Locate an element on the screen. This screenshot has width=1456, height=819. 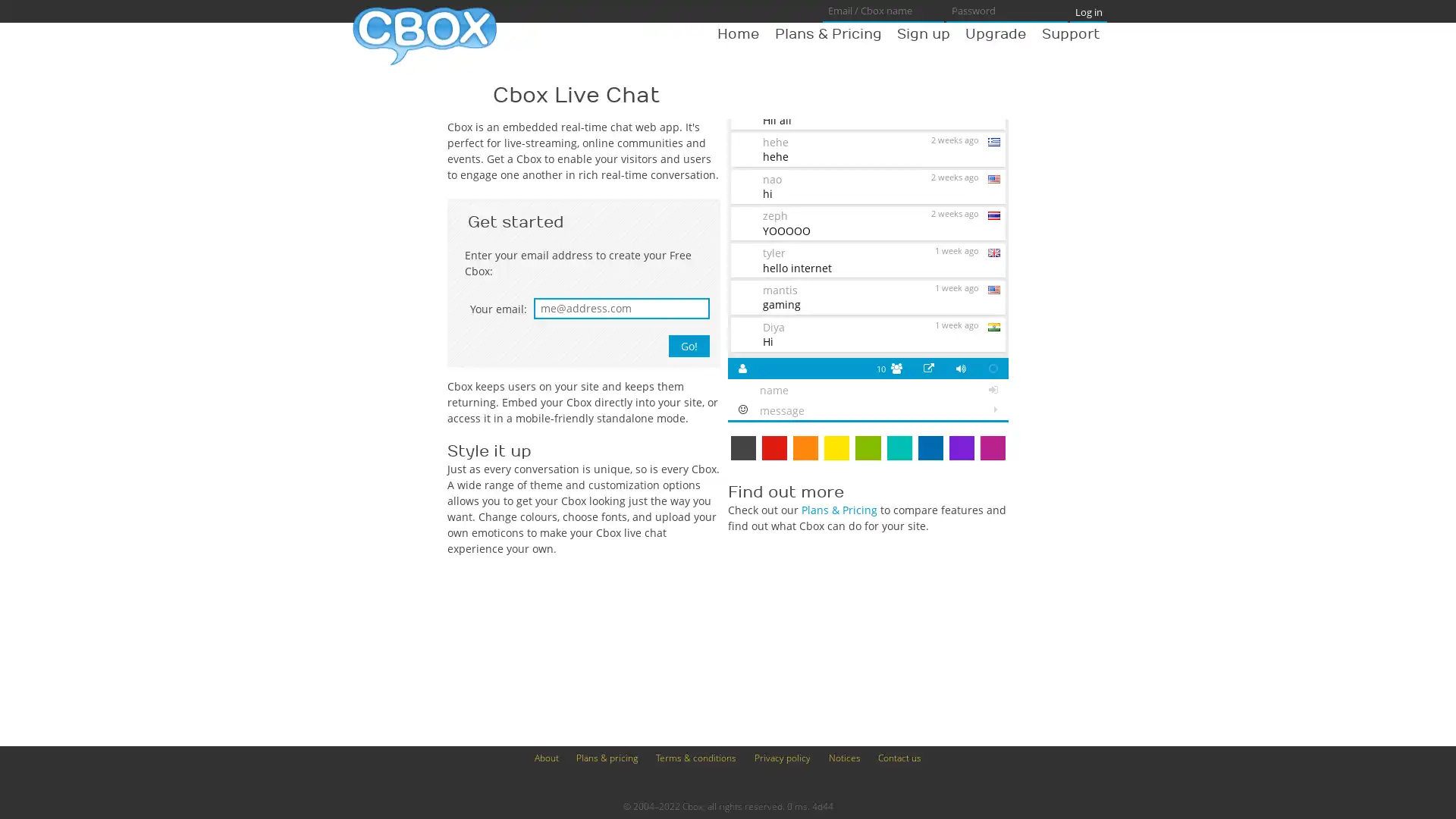
Go! is located at coordinates (688, 345).